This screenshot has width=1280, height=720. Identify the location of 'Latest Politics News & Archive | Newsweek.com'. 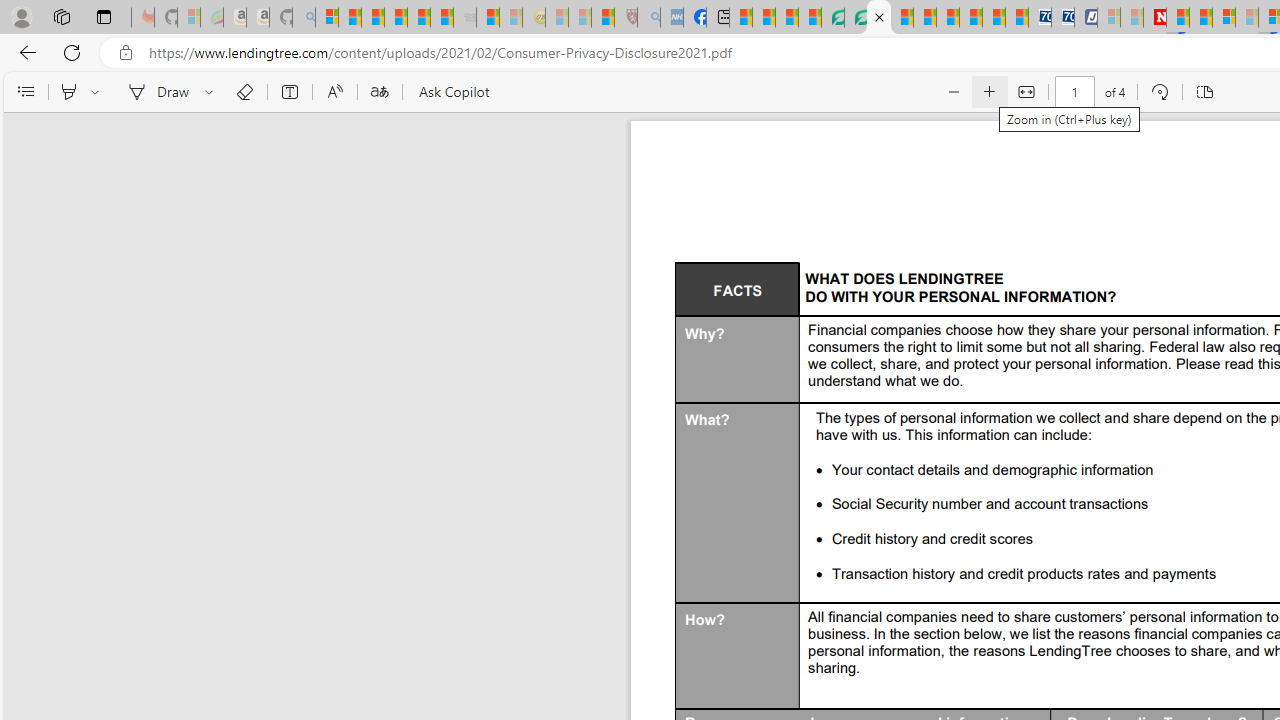
(1155, 17).